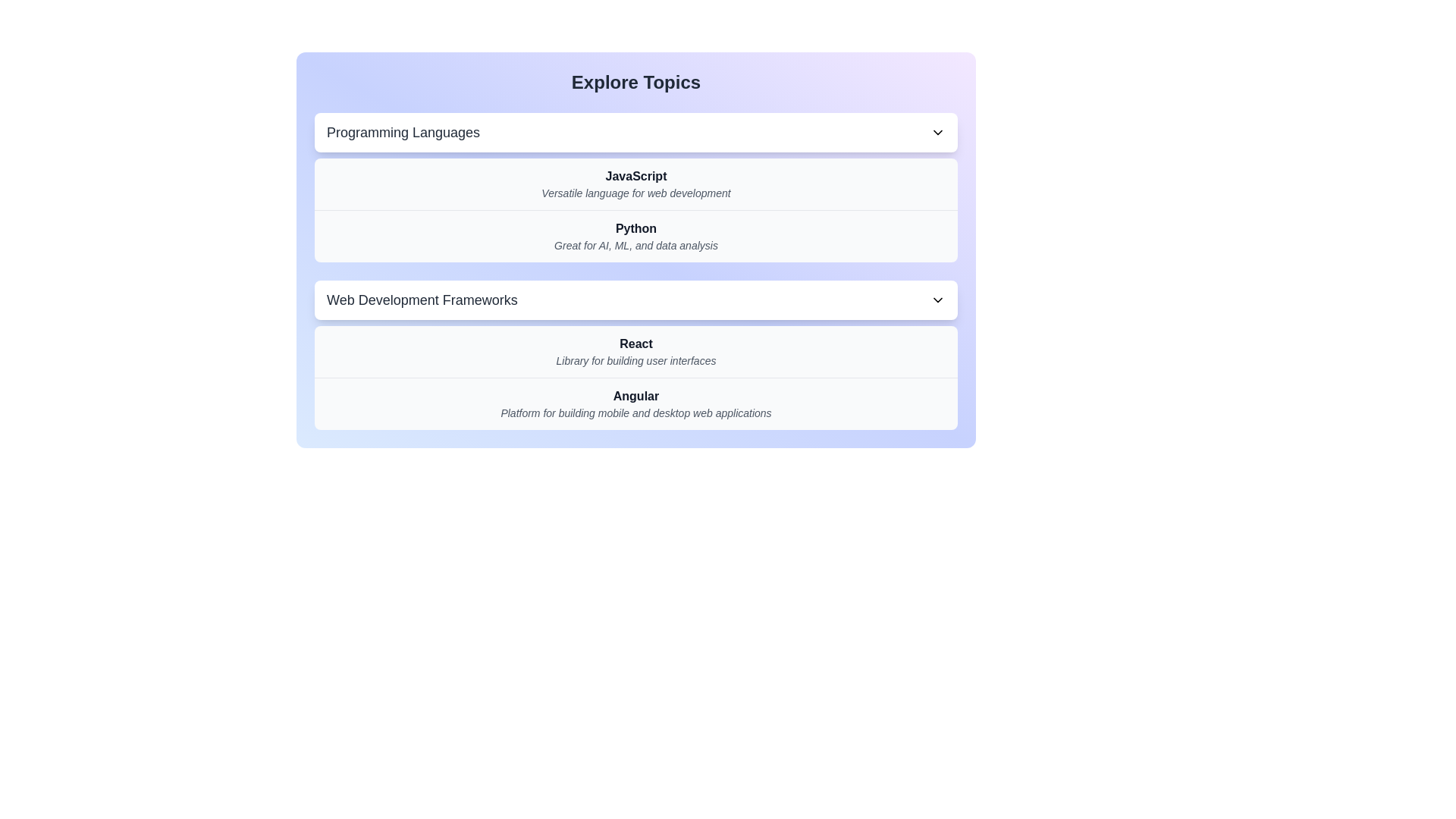 The image size is (1456, 819). Describe the element at coordinates (636, 413) in the screenshot. I see `the Text label that provides a brief description about the Angular framework, located directly below the 'Angular' label in the 'Web Development Frameworks' subsection` at that location.